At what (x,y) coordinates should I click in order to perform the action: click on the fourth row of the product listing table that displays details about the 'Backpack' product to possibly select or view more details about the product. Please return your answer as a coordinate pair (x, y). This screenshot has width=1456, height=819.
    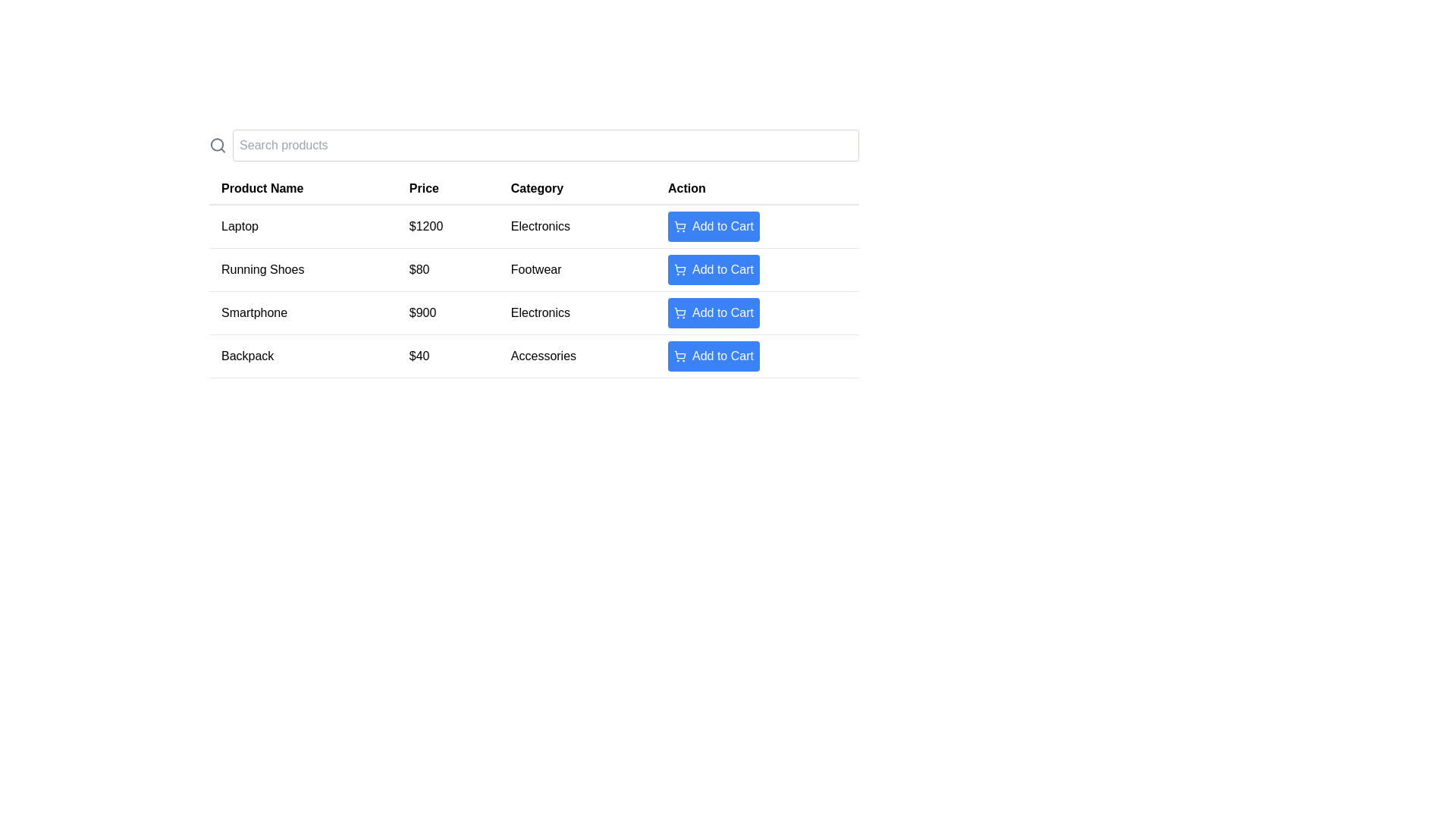
    Looking at the image, I should click on (534, 356).